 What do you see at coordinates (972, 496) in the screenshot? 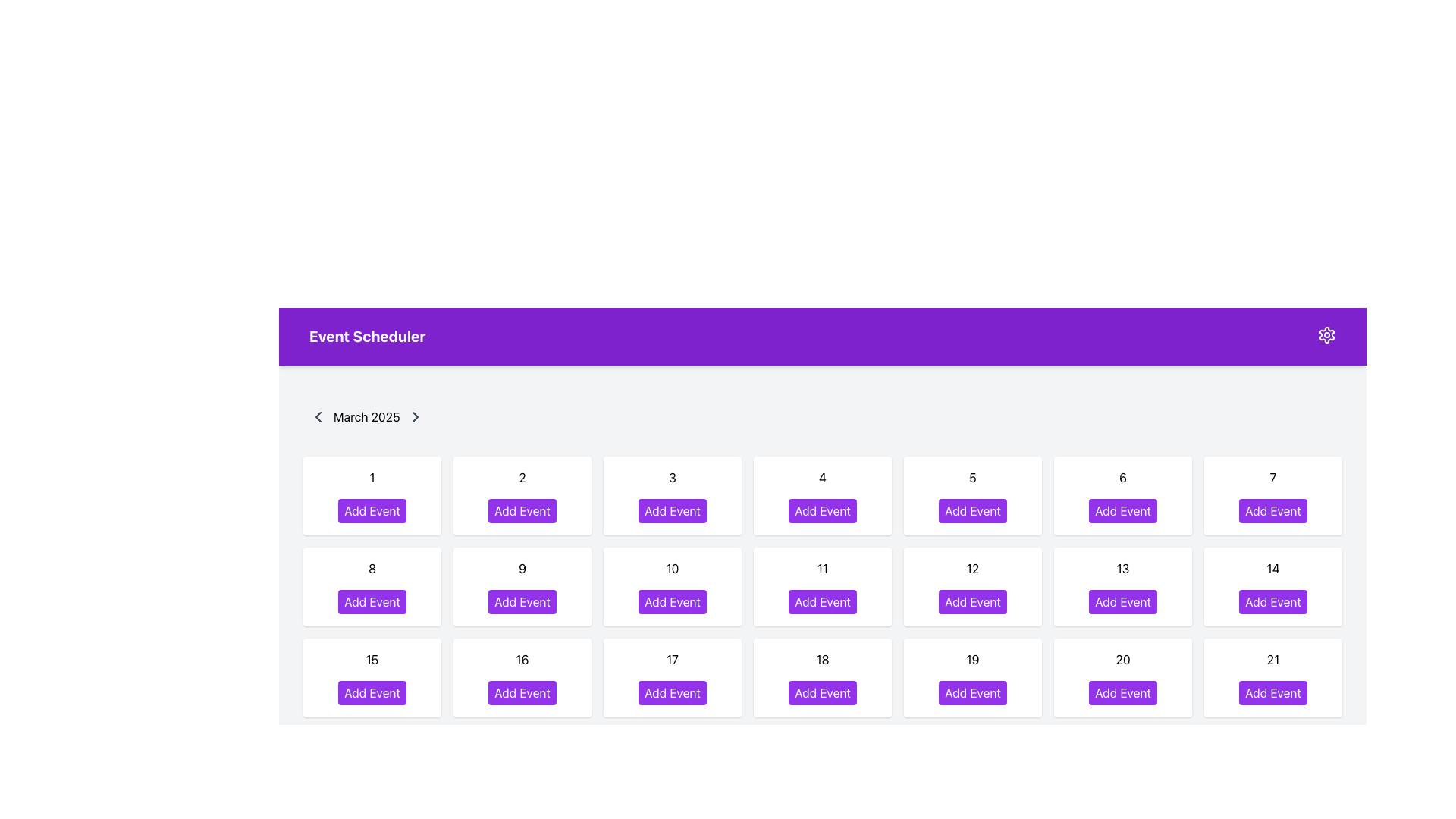
I see `the 'Add Event' button within the Interactive Button with Context (Day Selector and Add Event Button) that displays the number '5' and has a purple background` at bounding box center [972, 496].